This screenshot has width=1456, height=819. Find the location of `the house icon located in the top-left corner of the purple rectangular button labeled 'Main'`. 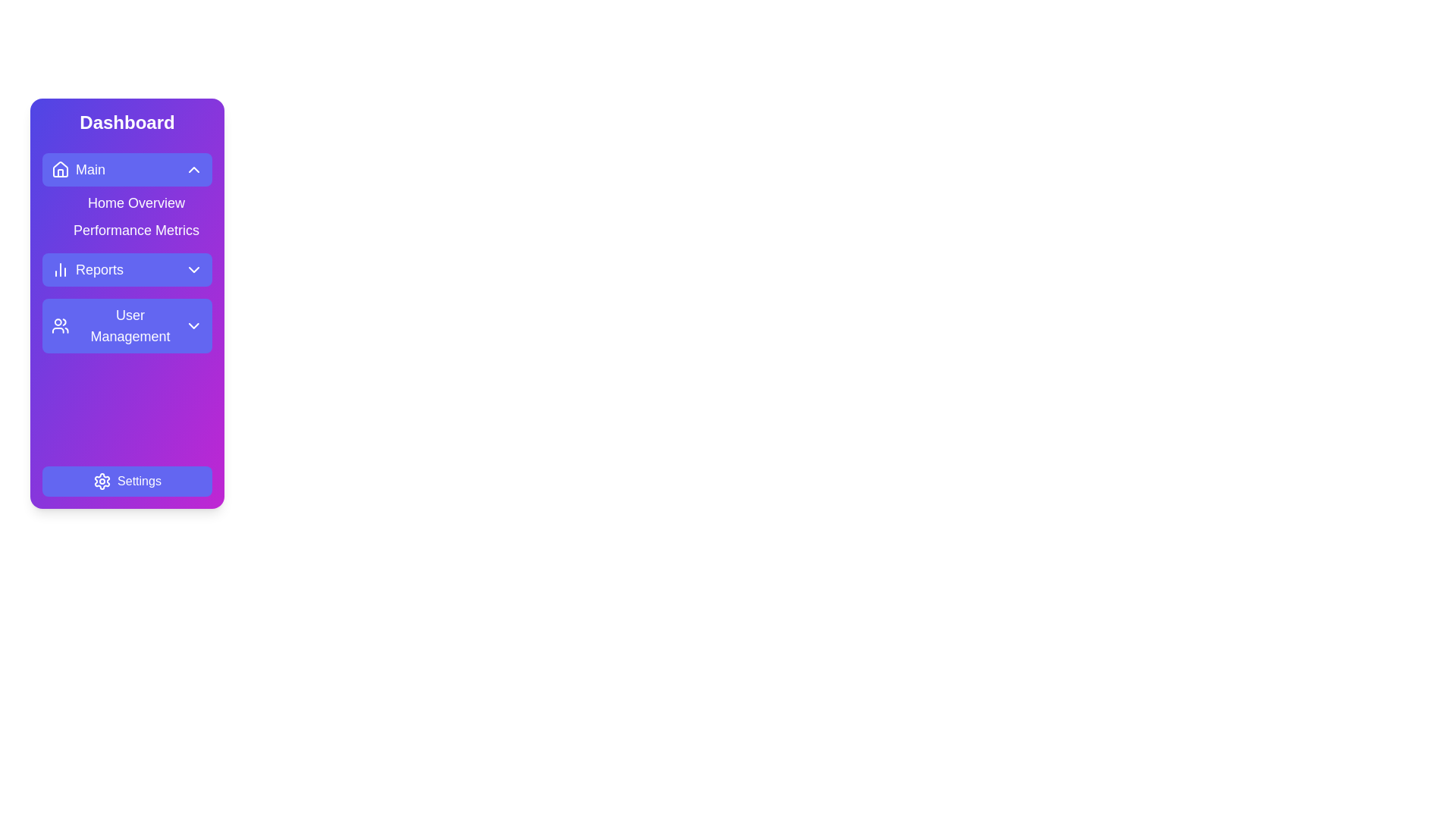

the house icon located in the top-left corner of the purple rectangular button labeled 'Main' is located at coordinates (61, 169).